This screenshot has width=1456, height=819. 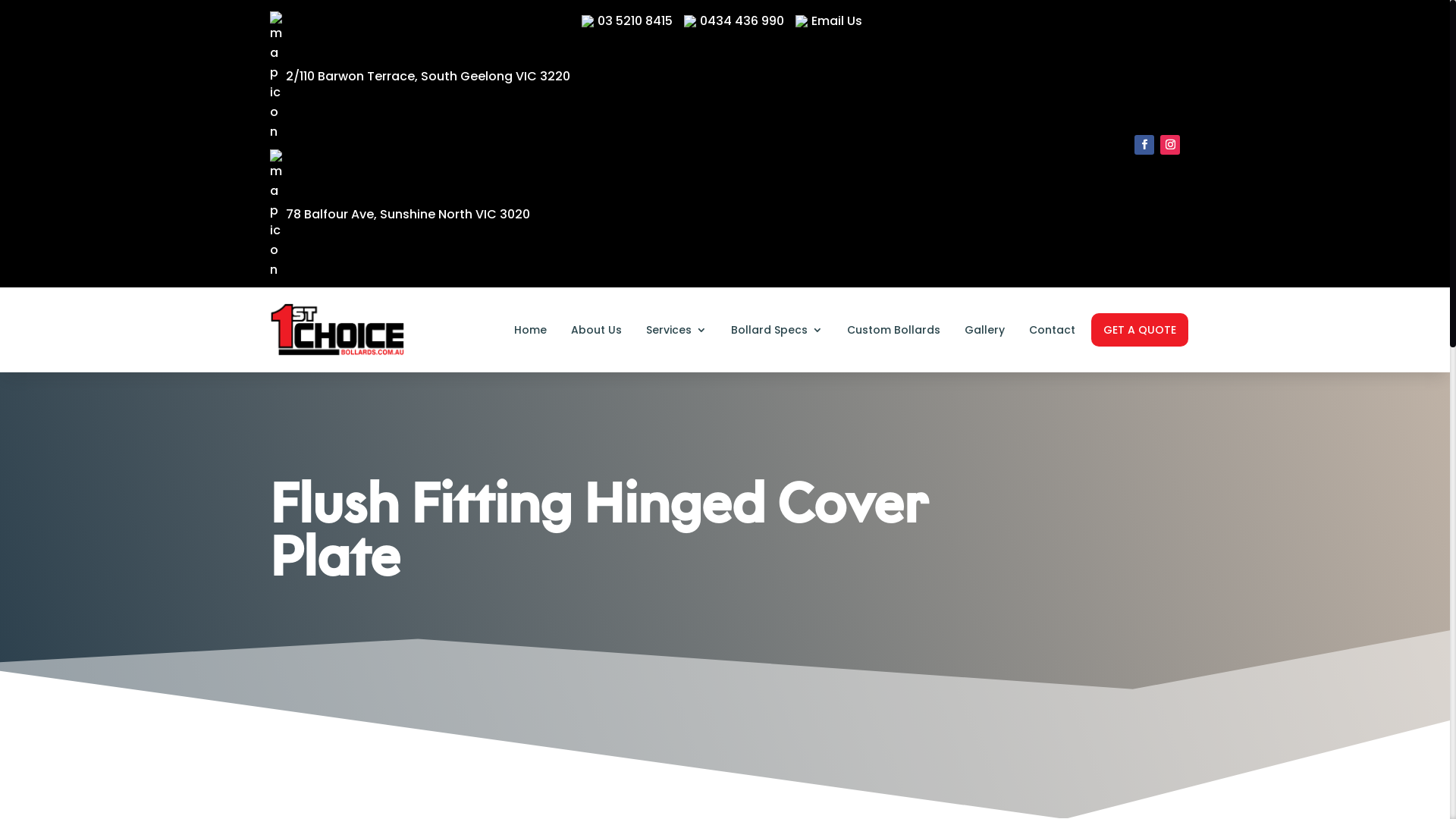 I want to click on 'Email Us', so click(x=828, y=20).